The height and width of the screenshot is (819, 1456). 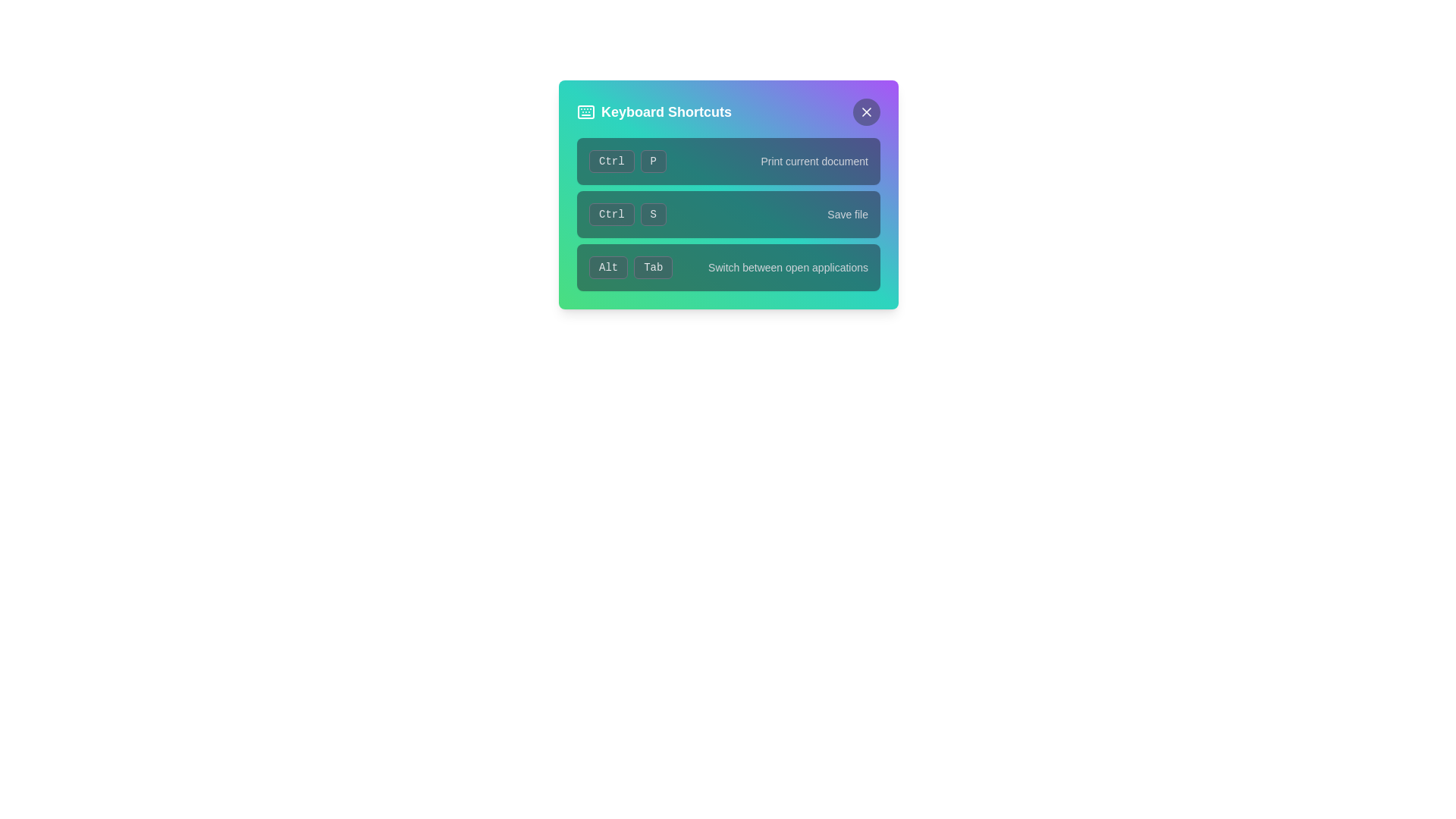 What do you see at coordinates (585, 111) in the screenshot?
I see `the decorative rectangle within the SVG of the keyboard icon located at the top-left corner of the 'Keyboard Shortcuts' modal dialog` at bounding box center [585, 111].